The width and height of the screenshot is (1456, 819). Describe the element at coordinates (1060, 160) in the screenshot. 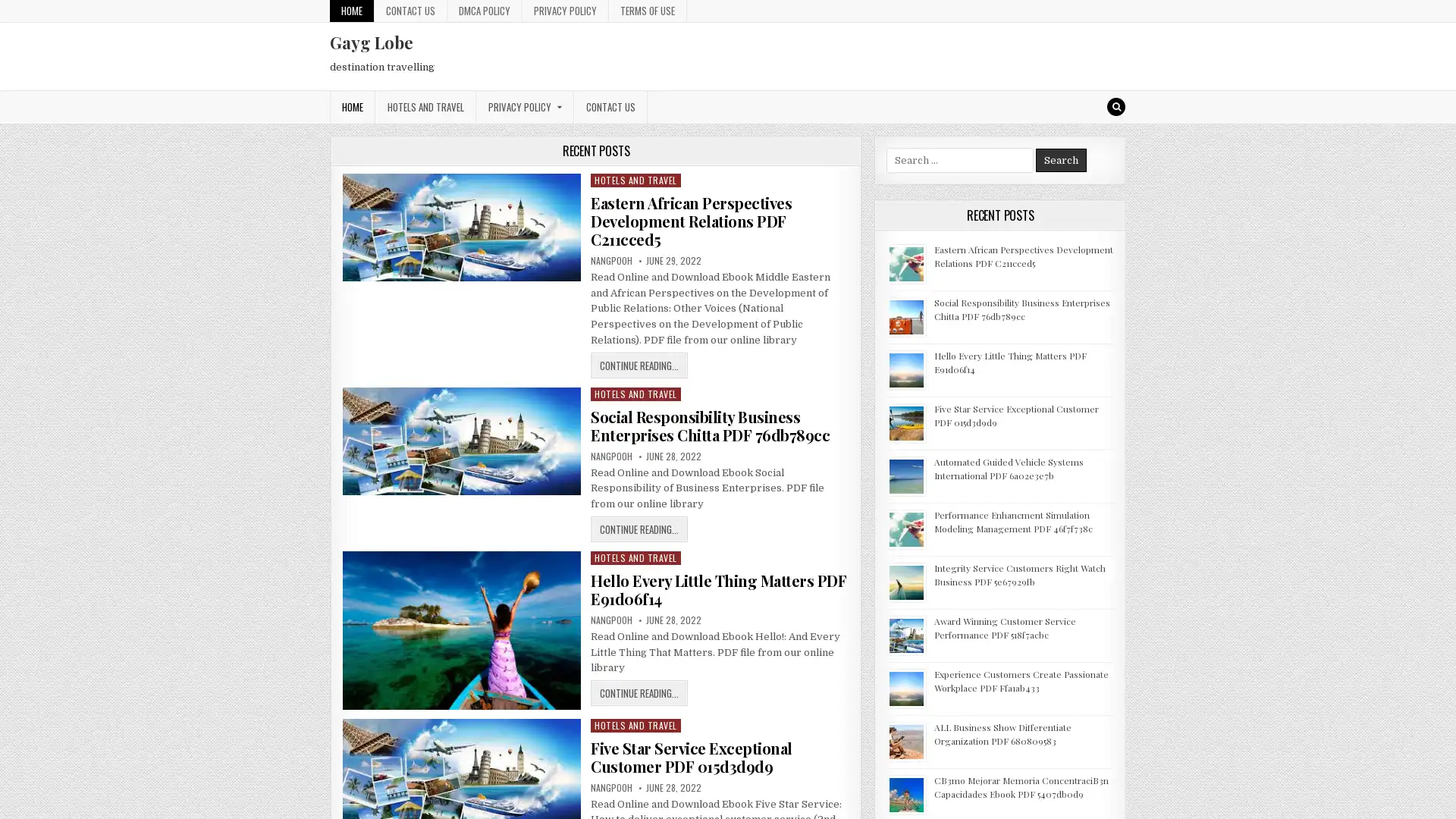

I see `Search` at that location.